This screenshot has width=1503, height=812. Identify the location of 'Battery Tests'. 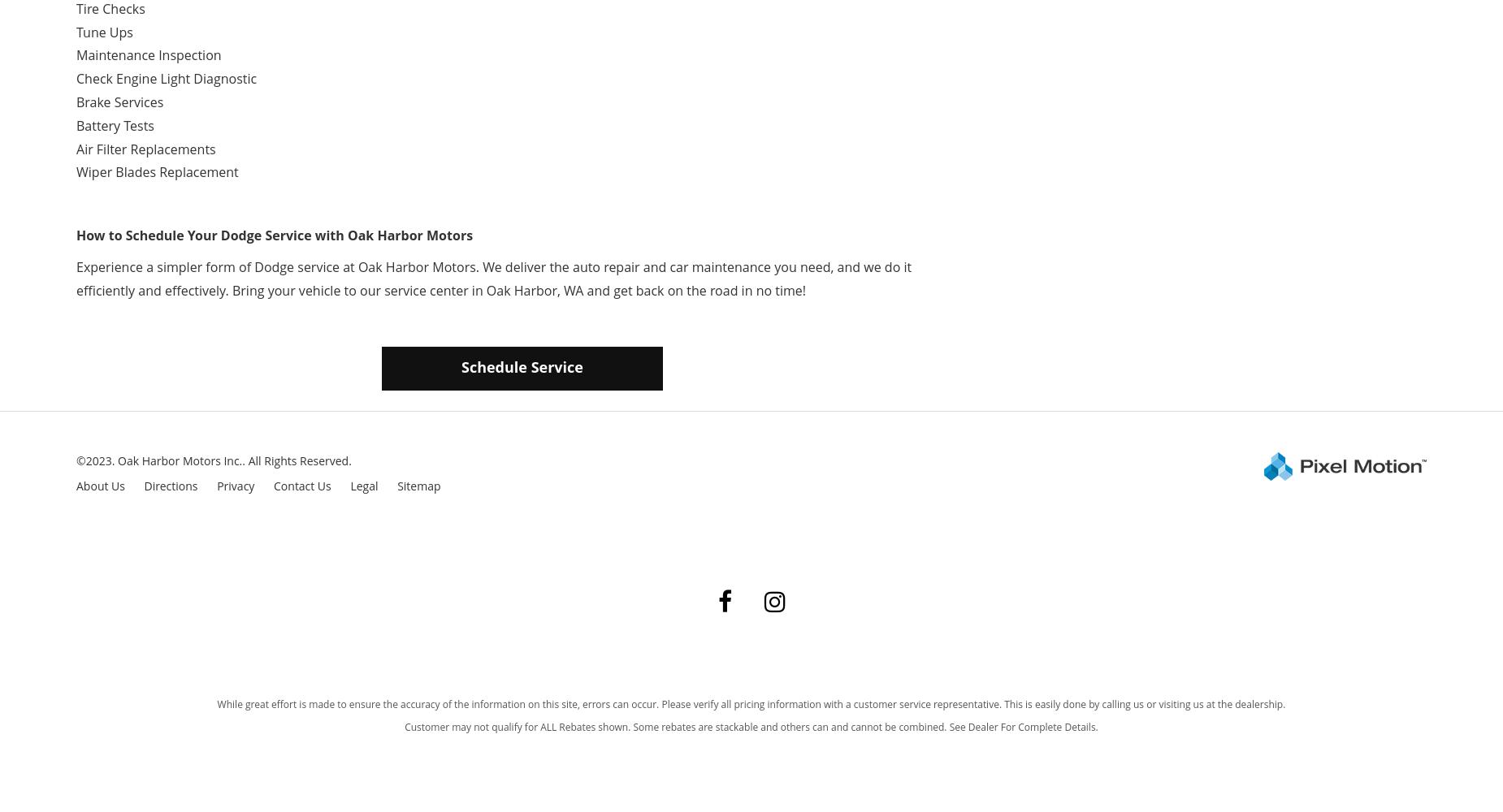
(114, 125).